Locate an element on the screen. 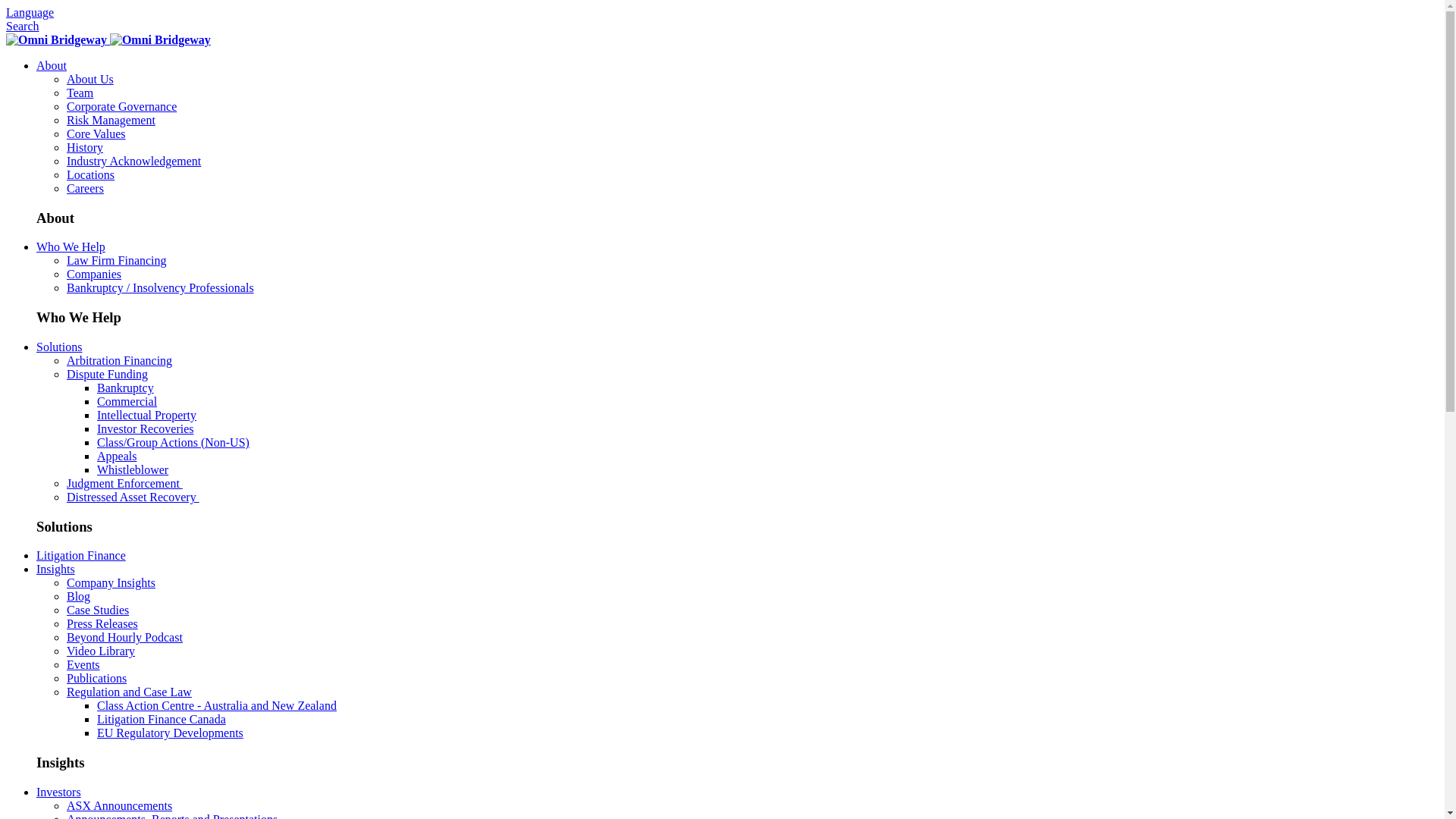  'Insights' is located at coordinates (55, 569).